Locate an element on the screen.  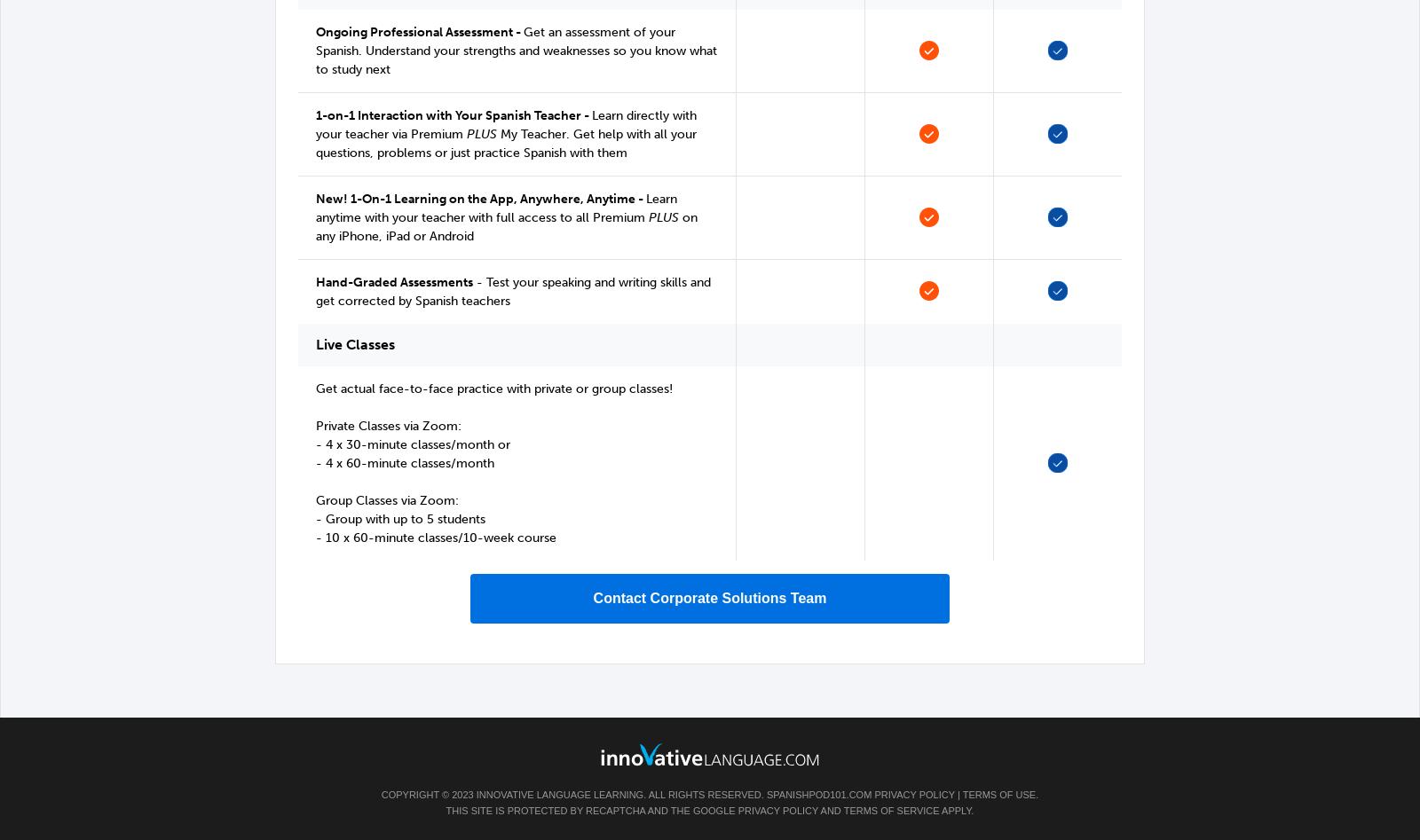
'Get actual face-to-face practice with private or group classes!' is located at coordinates (493, 389).